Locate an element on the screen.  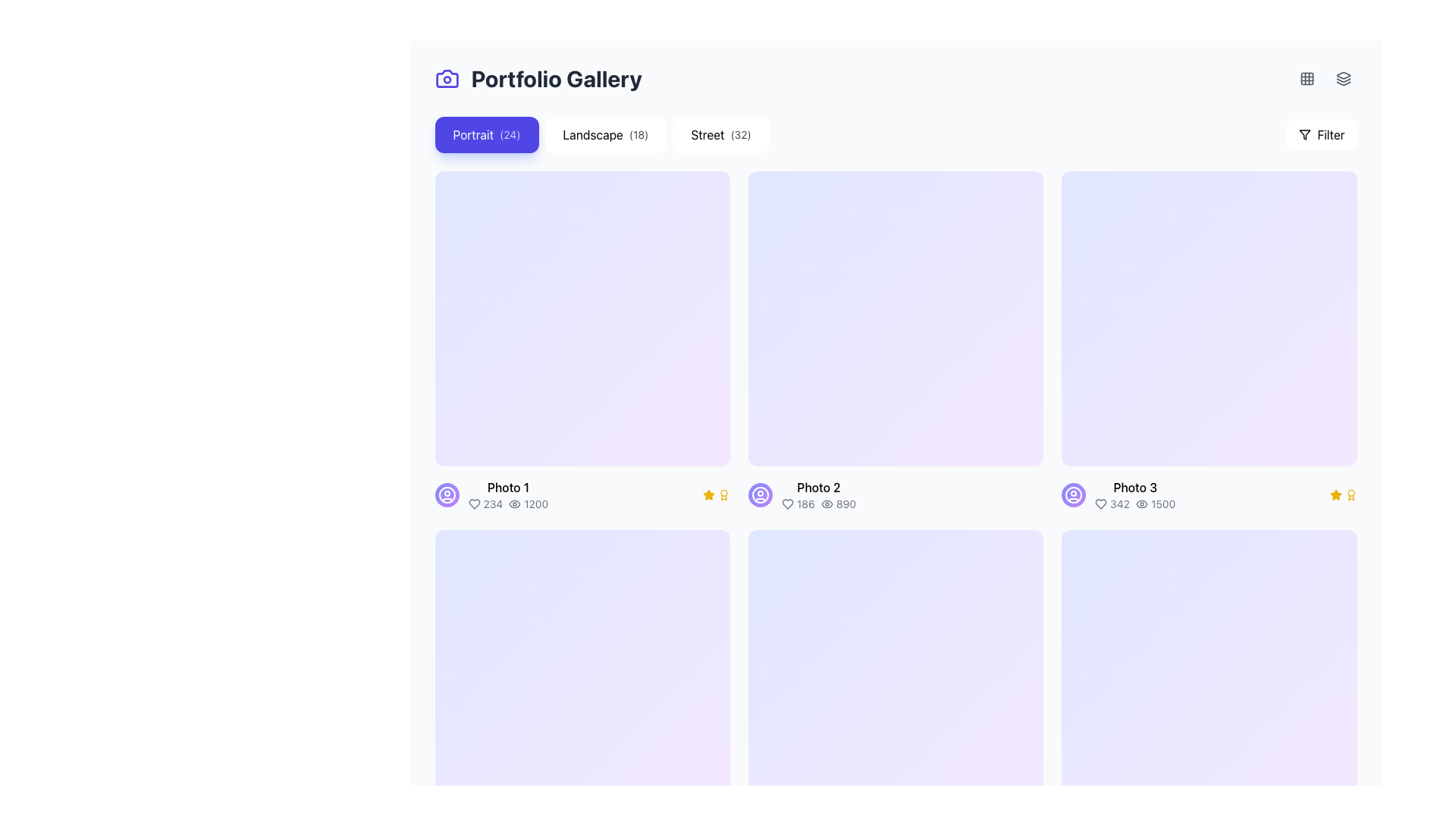
like count displayed next to the heart icon in the 'Photo 2' section, which indicates the popularity of the photo is located at coordinates (797, 504).